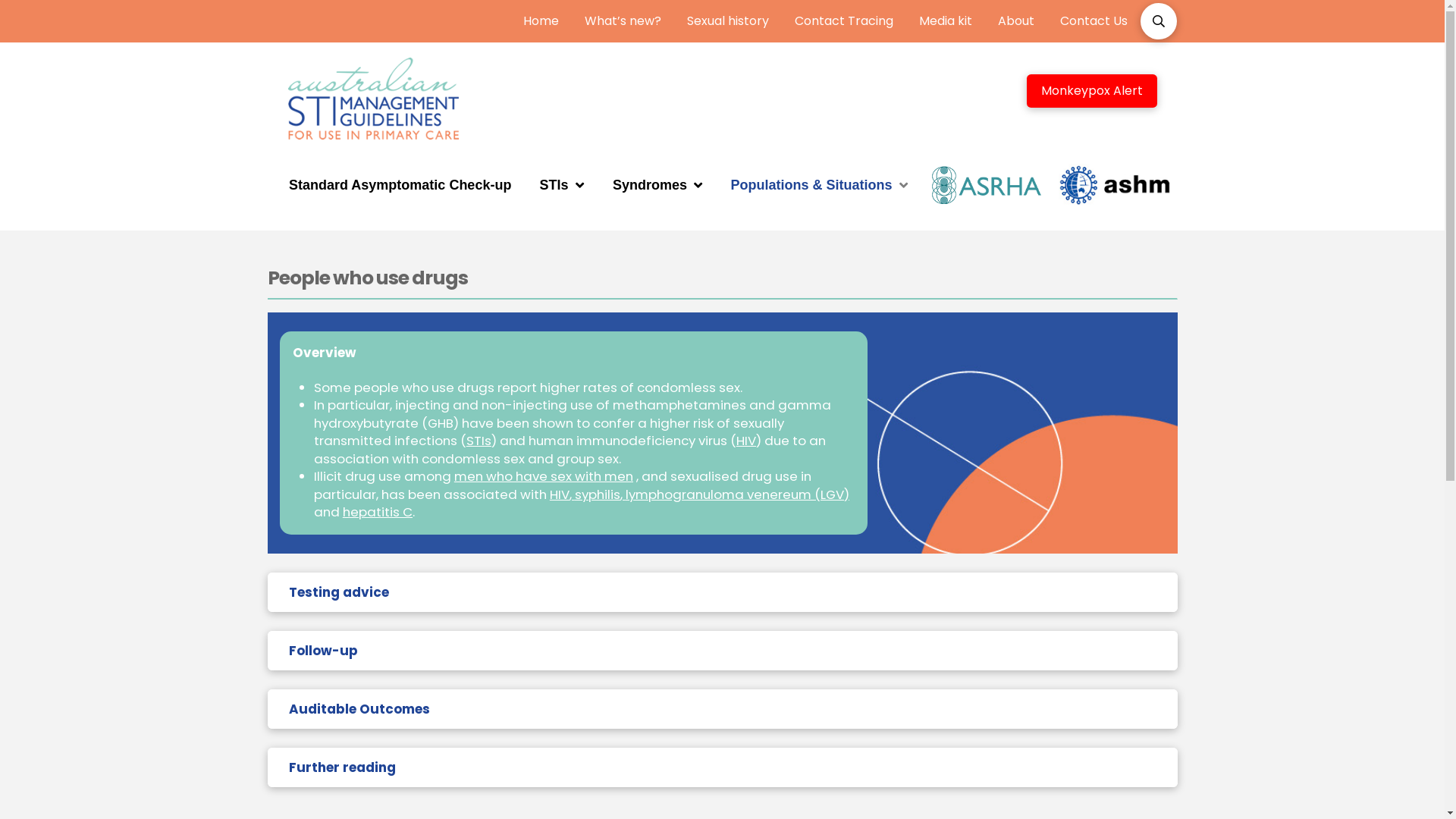  What do you see at coordinates (475, 441) in the screenshot?
I see `'STI'` at bounding box center [475, 441].